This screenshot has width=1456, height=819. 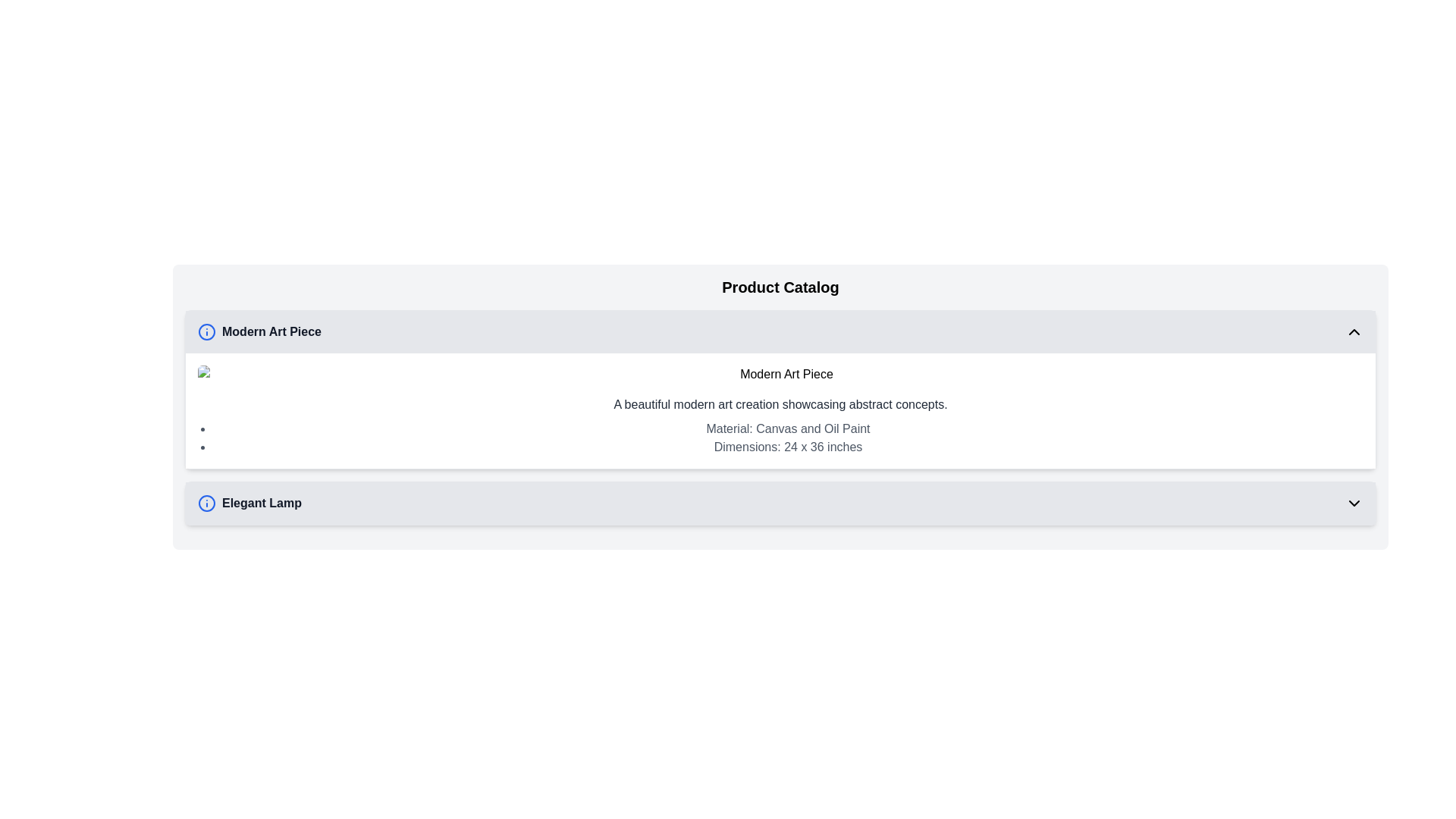 I want to click on the upward-facing chevron arrow icon with a black outline located in the header bar labeled 'Modern Art Piece', so click(x=1354, y=331).